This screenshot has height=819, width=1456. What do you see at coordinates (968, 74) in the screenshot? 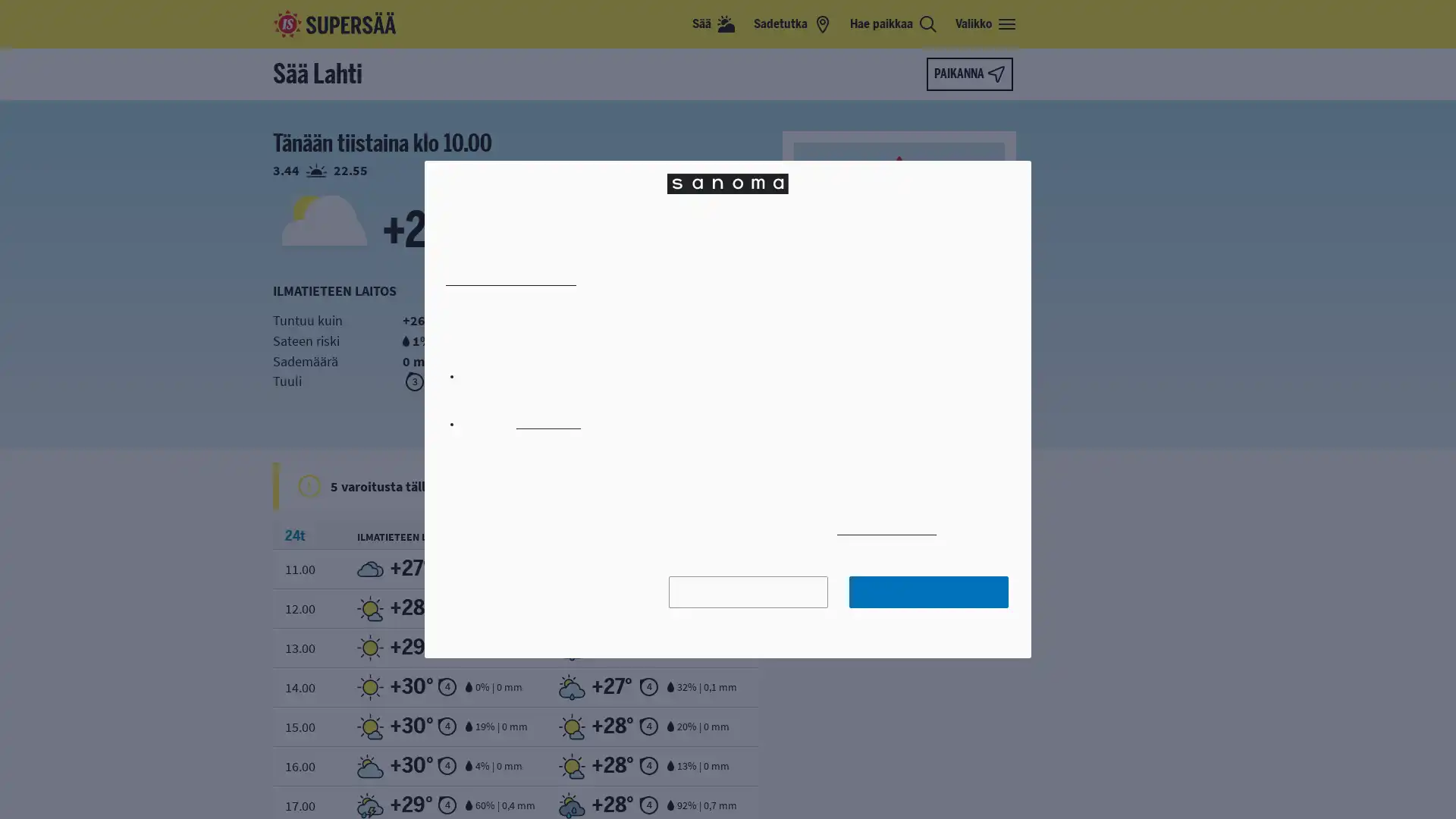
I see `Paikanna minut` at bounding box center [968, 74].